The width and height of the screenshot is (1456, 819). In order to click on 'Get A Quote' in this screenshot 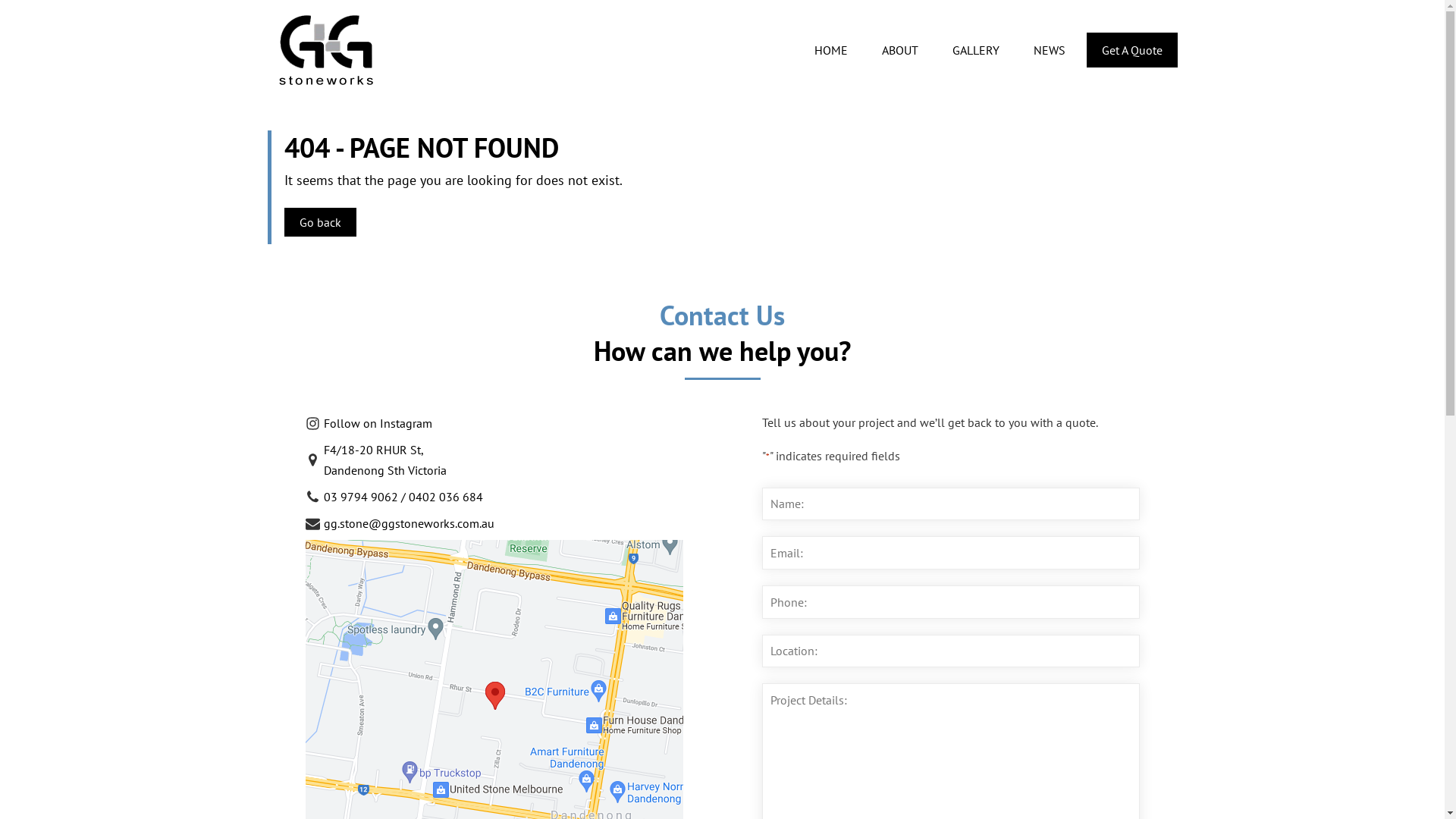, I will do `click(1131, 49)`.